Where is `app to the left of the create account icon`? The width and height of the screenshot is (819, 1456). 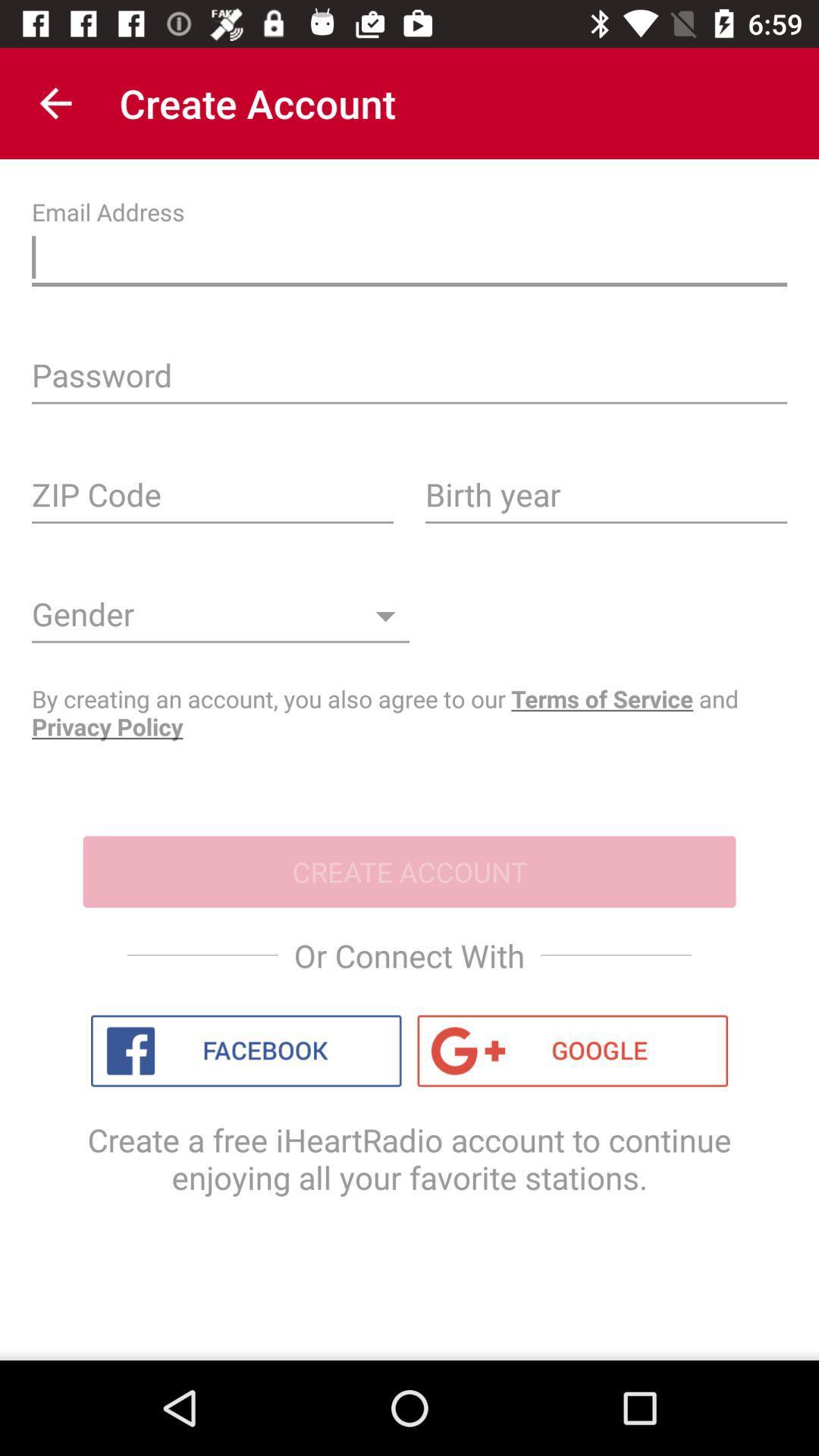 app to the left of the create account icon is located at coordinates (55, 102).